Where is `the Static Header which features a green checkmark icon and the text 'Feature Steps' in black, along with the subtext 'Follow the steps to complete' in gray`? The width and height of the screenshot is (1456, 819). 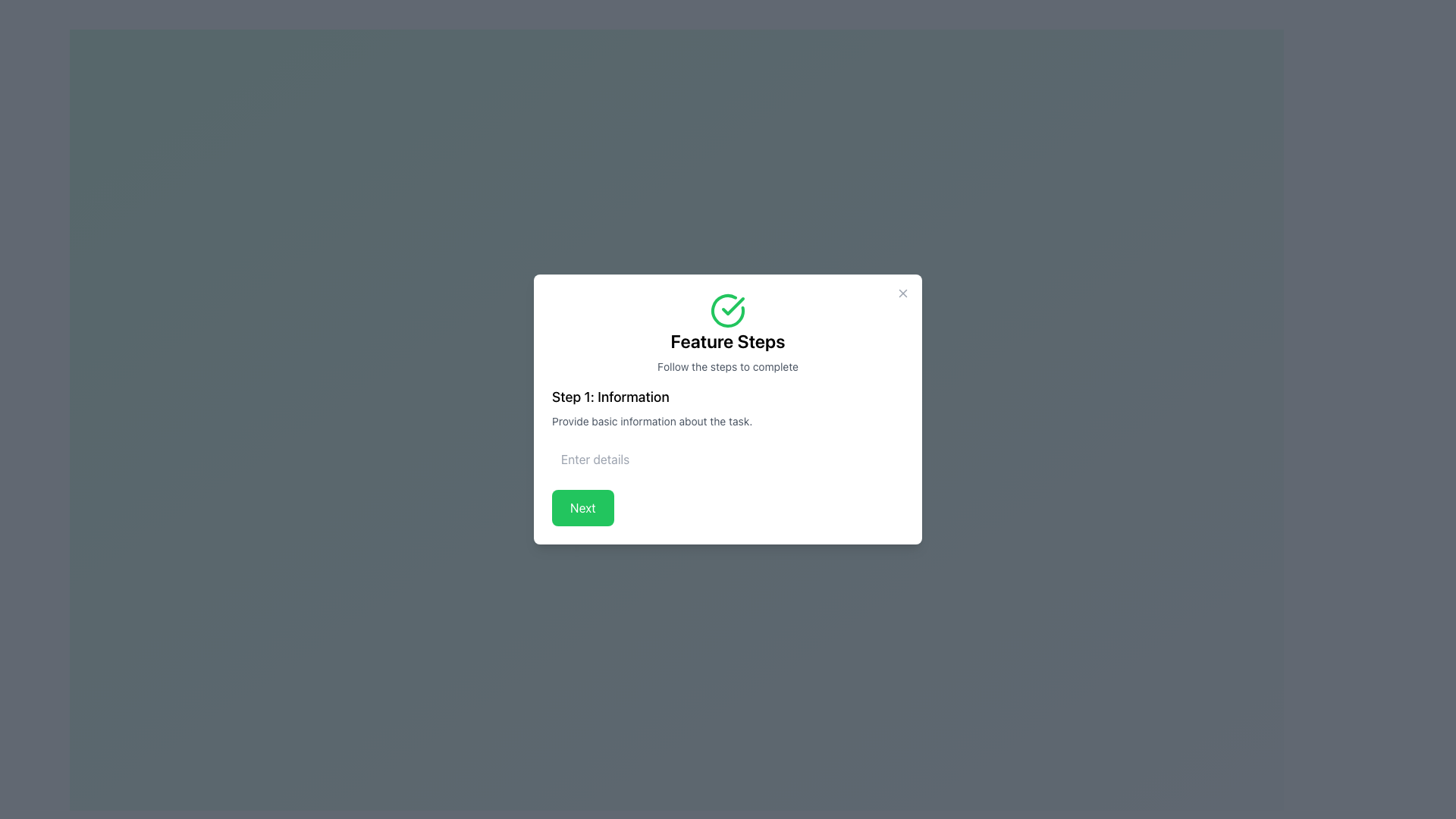
the Static Header which features a green checkmark icon and the text 'Feature Steps' in black, along with the subtext 'Follow the steps to complete' in gray is located at coordinates (728, 332).